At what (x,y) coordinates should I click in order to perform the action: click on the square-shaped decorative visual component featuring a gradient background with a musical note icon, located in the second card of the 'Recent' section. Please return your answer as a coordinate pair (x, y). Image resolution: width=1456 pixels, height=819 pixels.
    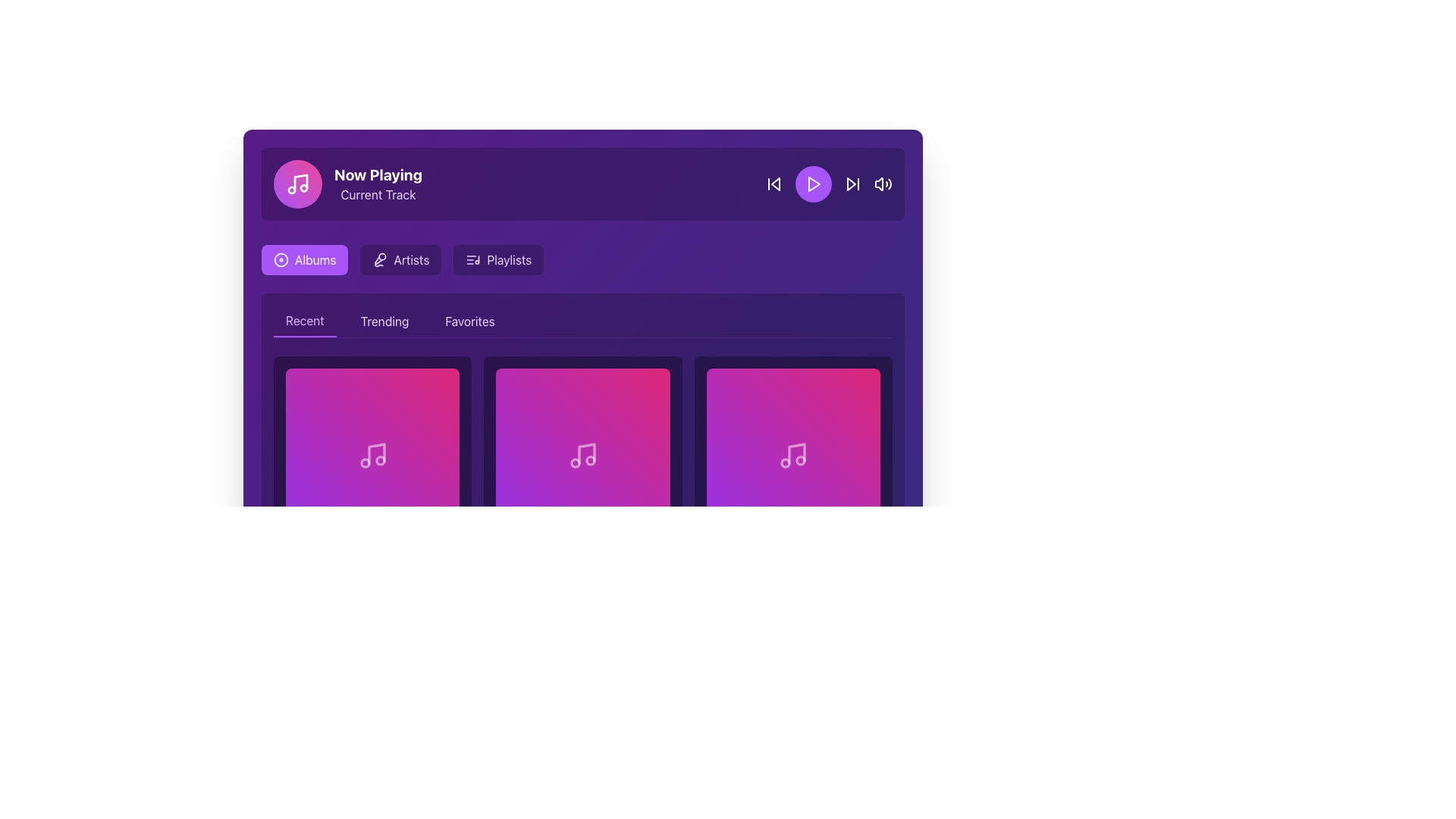
    Looking at the image, I should click on (792, 454).